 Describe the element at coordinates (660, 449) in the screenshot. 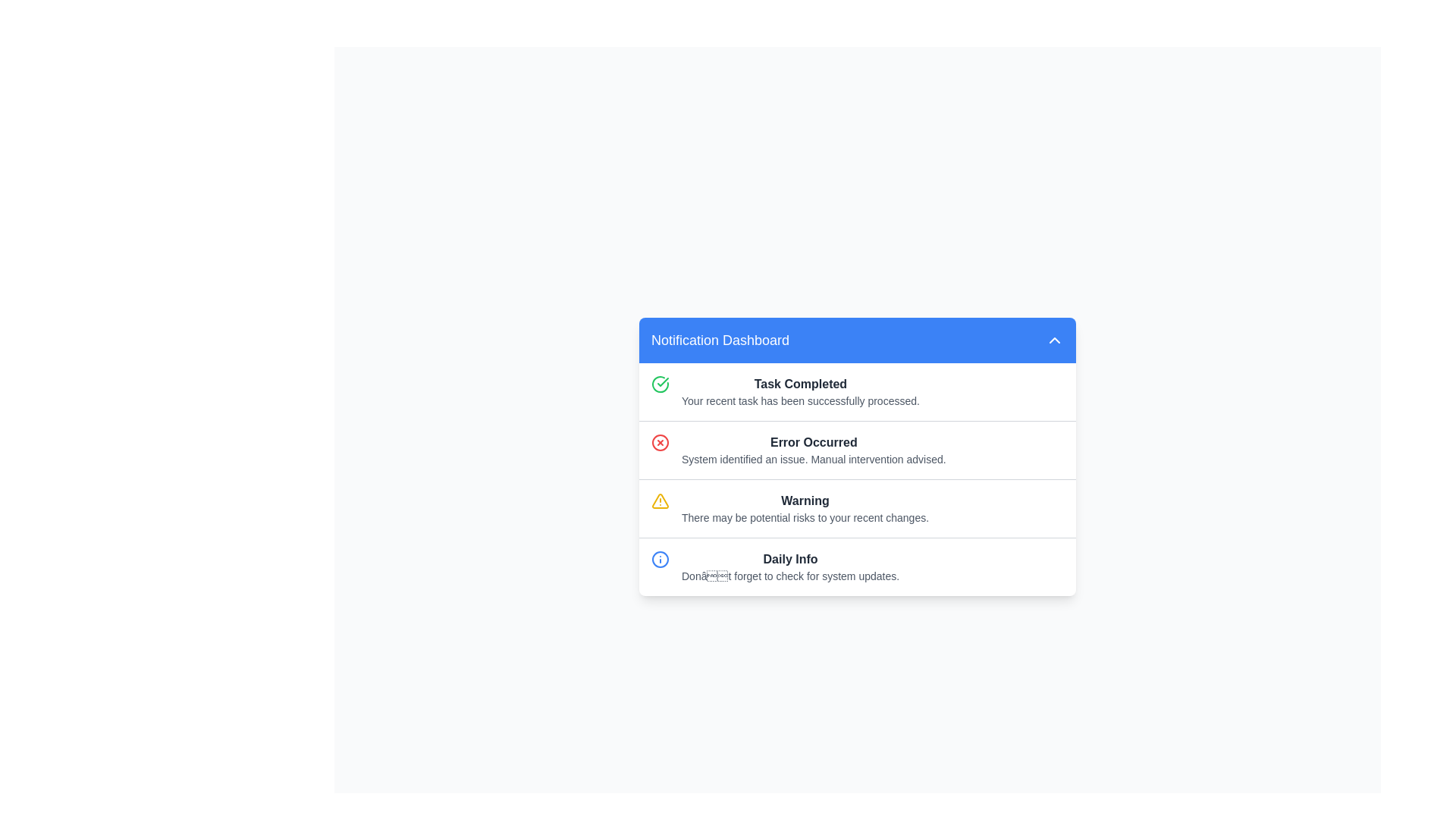

I see `the error indicator icon located in the notification card labeled 'Error Occurred', which is positioned to the left of the text 'Error Occurred'` at that location.